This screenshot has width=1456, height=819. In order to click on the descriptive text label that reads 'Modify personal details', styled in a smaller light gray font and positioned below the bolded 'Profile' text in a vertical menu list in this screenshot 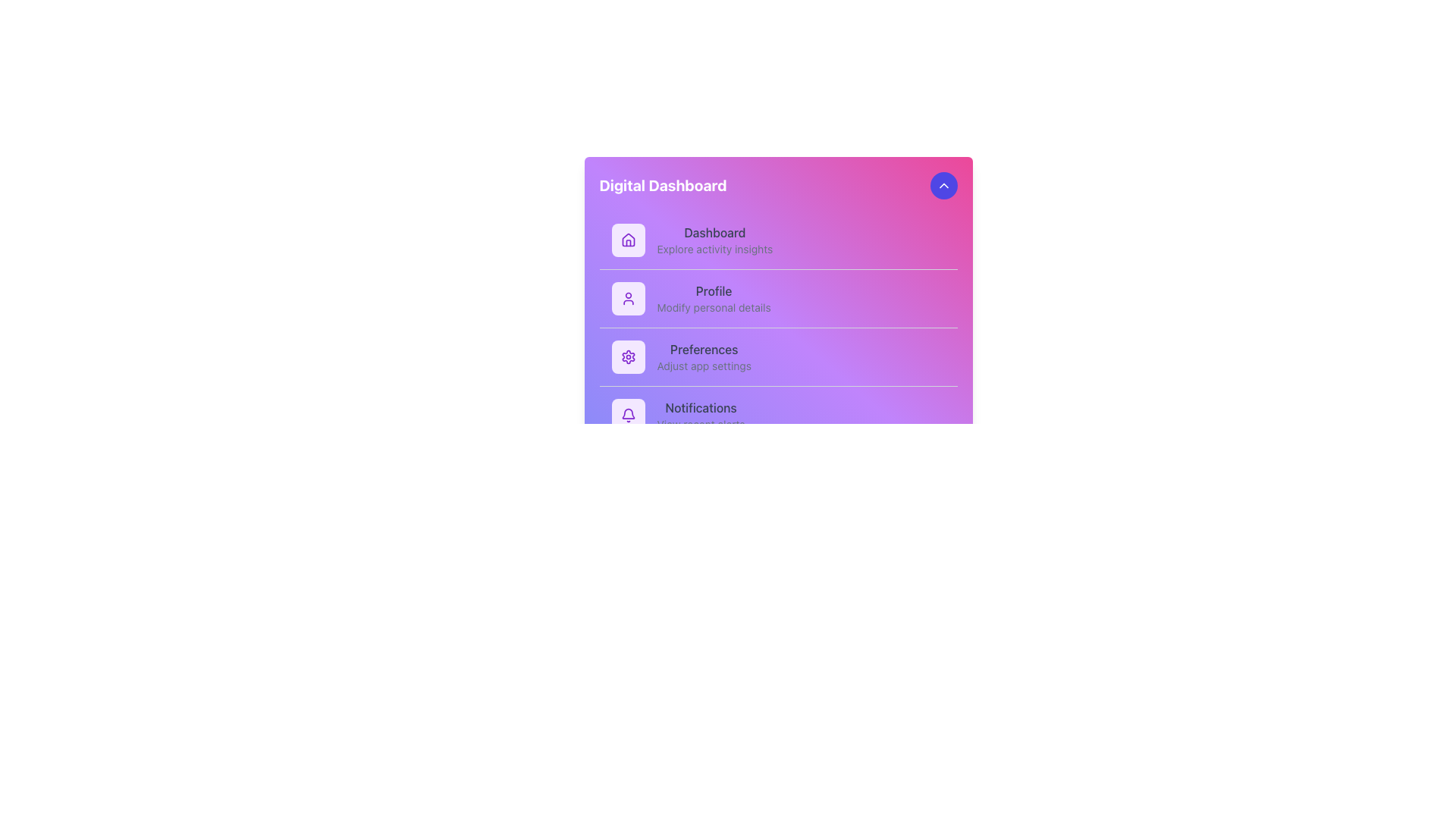, I will do `click(713, 307)`.